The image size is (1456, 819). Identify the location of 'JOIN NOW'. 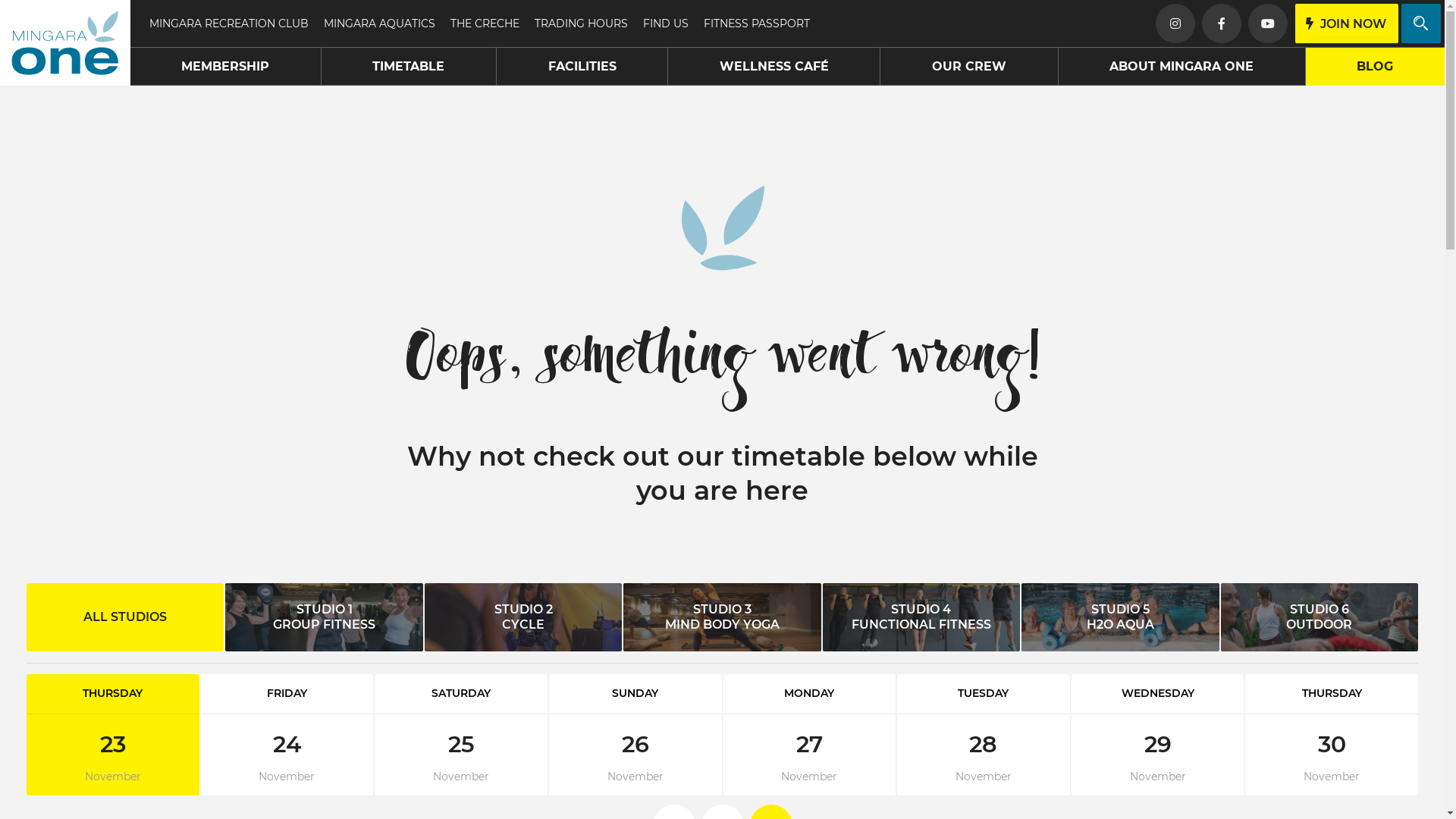
(1347, 23).